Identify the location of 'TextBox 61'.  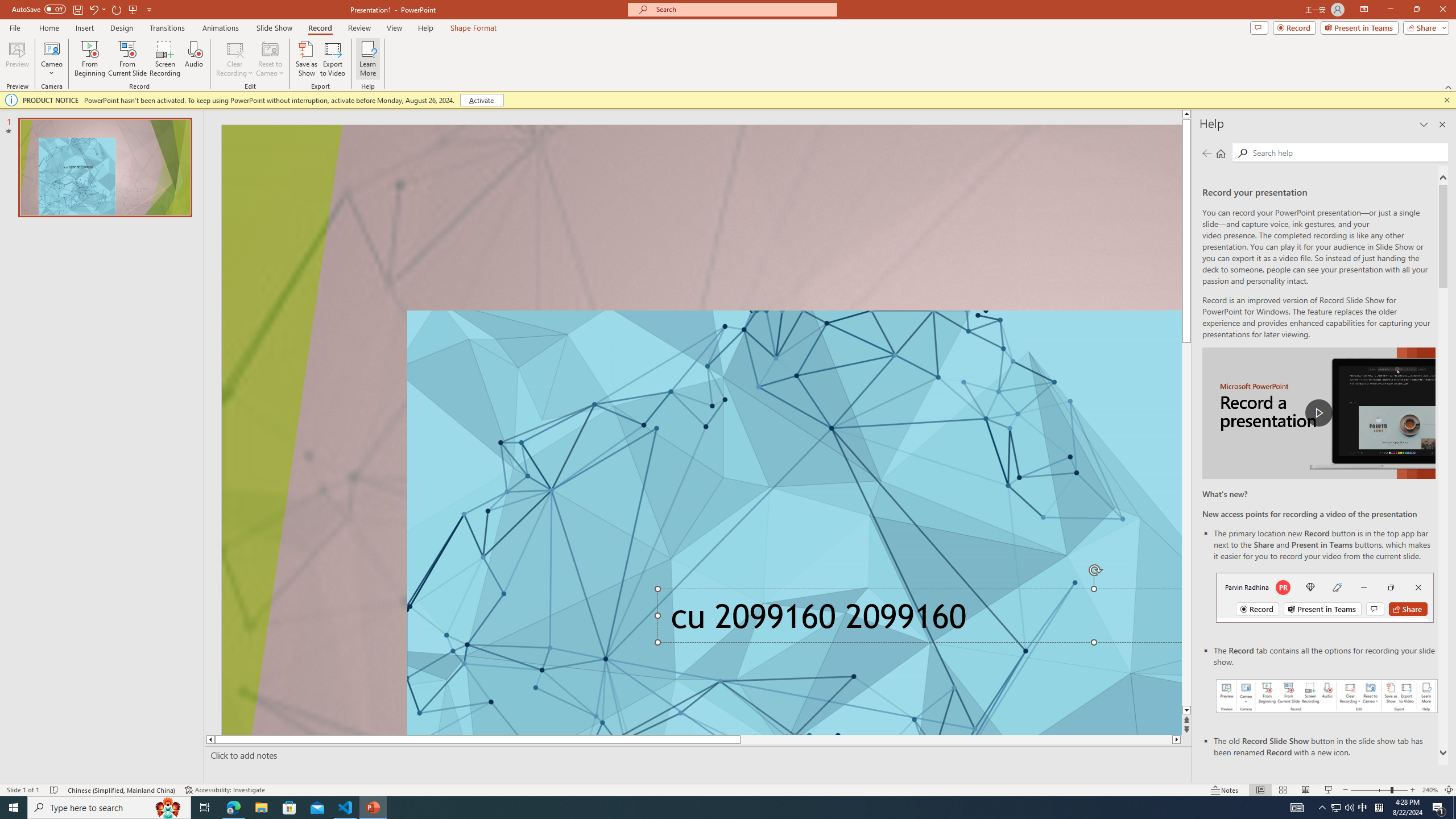
(916, 619).